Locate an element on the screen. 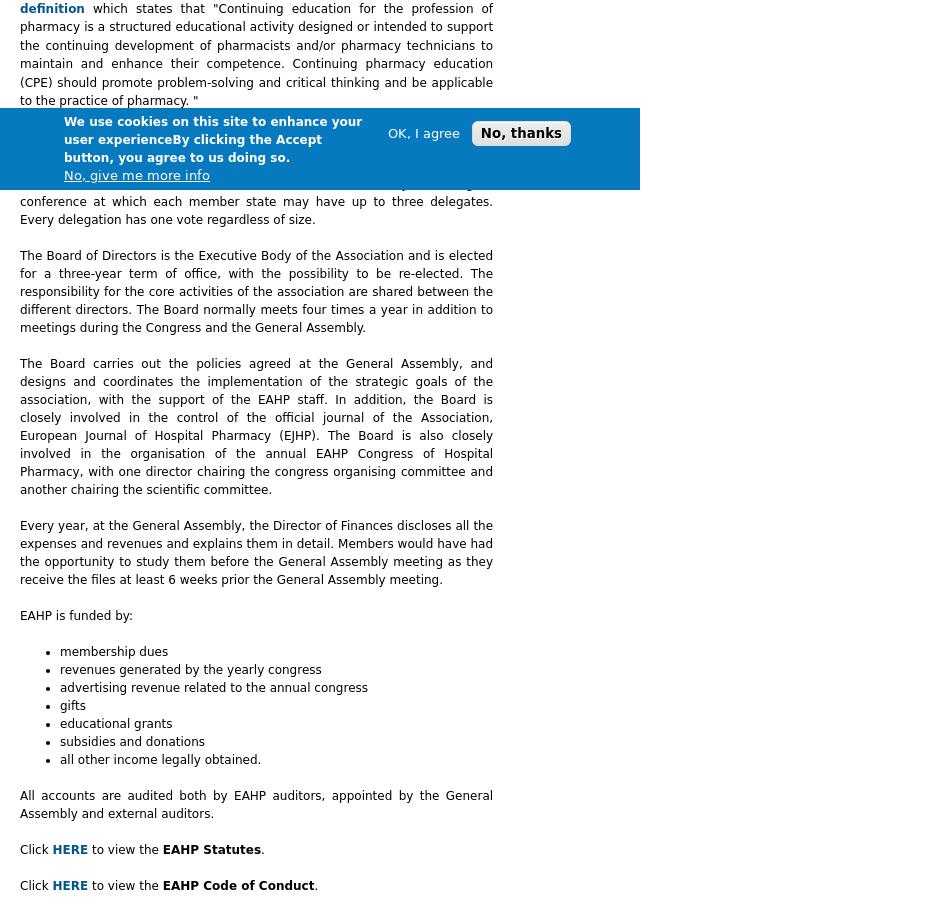  'educational grants' is located at coordinates (115, 723).